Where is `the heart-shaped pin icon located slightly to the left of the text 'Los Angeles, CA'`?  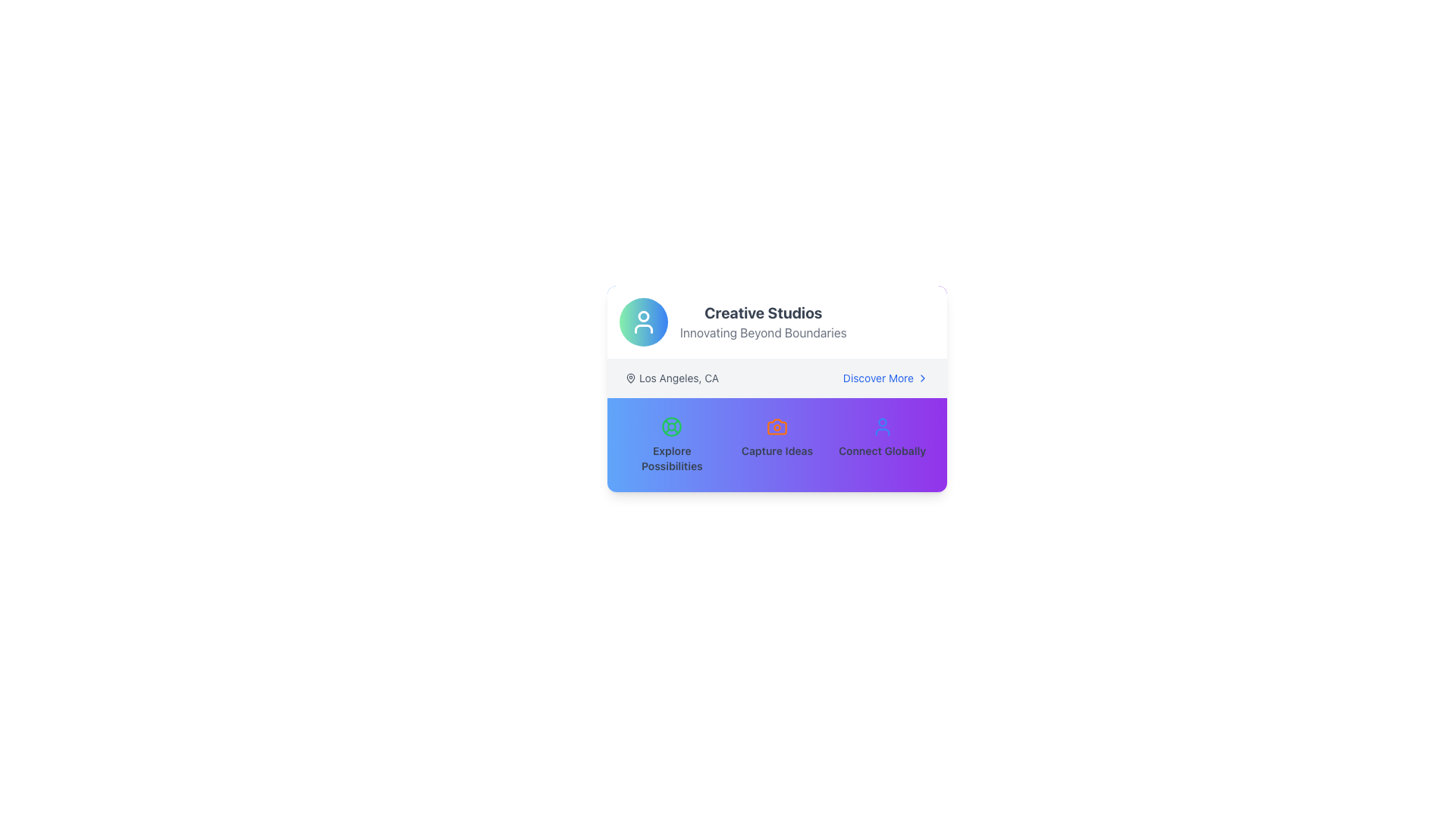 the heart-shaped pin icon located slightly to the left of the text 'Los Angeles, CA' is located at coordinates (630, 376).